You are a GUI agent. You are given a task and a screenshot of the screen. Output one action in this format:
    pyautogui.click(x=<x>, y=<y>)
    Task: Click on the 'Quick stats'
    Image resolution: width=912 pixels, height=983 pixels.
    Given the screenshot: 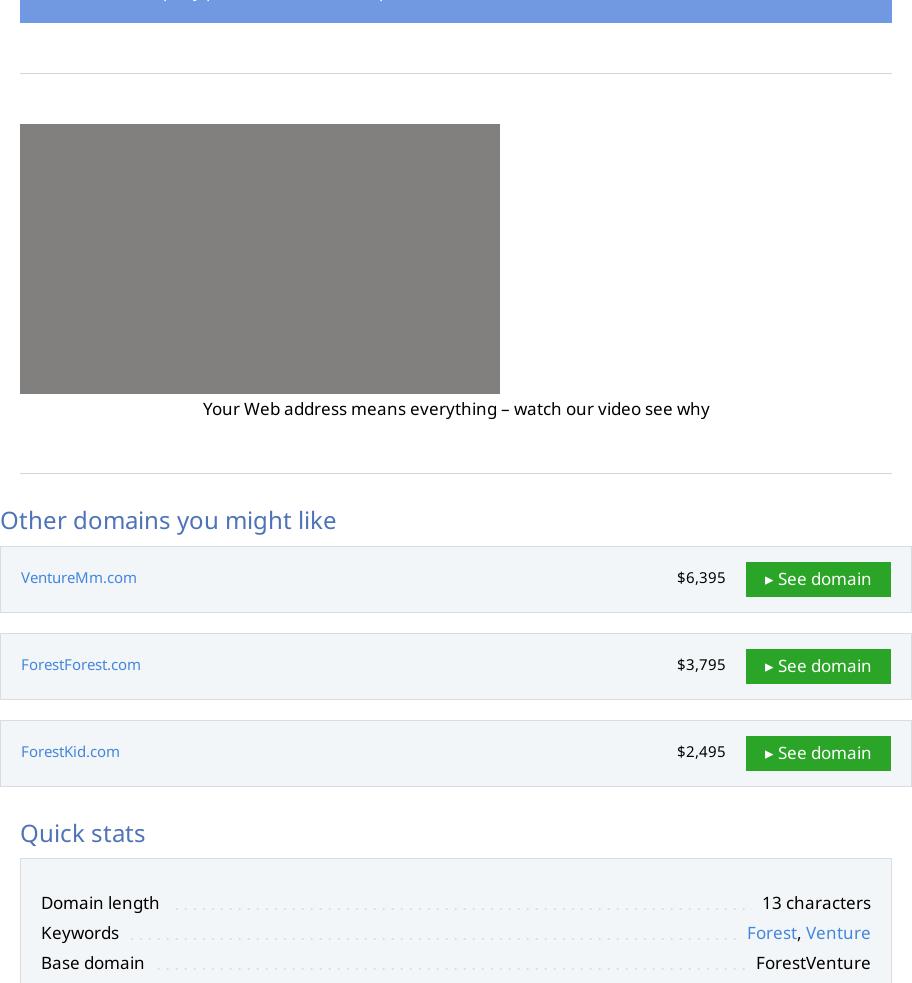 What is the action you would take?
    pyautogui.click(x=19, y=831)
    